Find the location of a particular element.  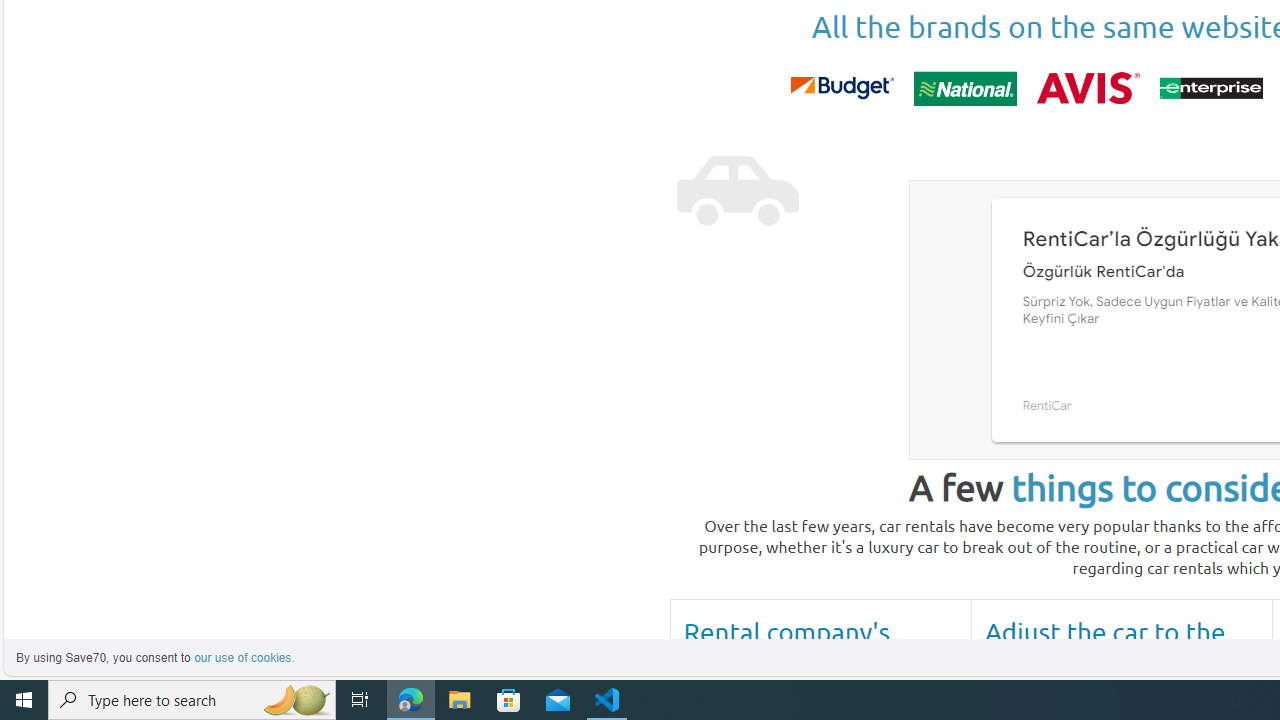

'national' is located at coordinates (965, 87).